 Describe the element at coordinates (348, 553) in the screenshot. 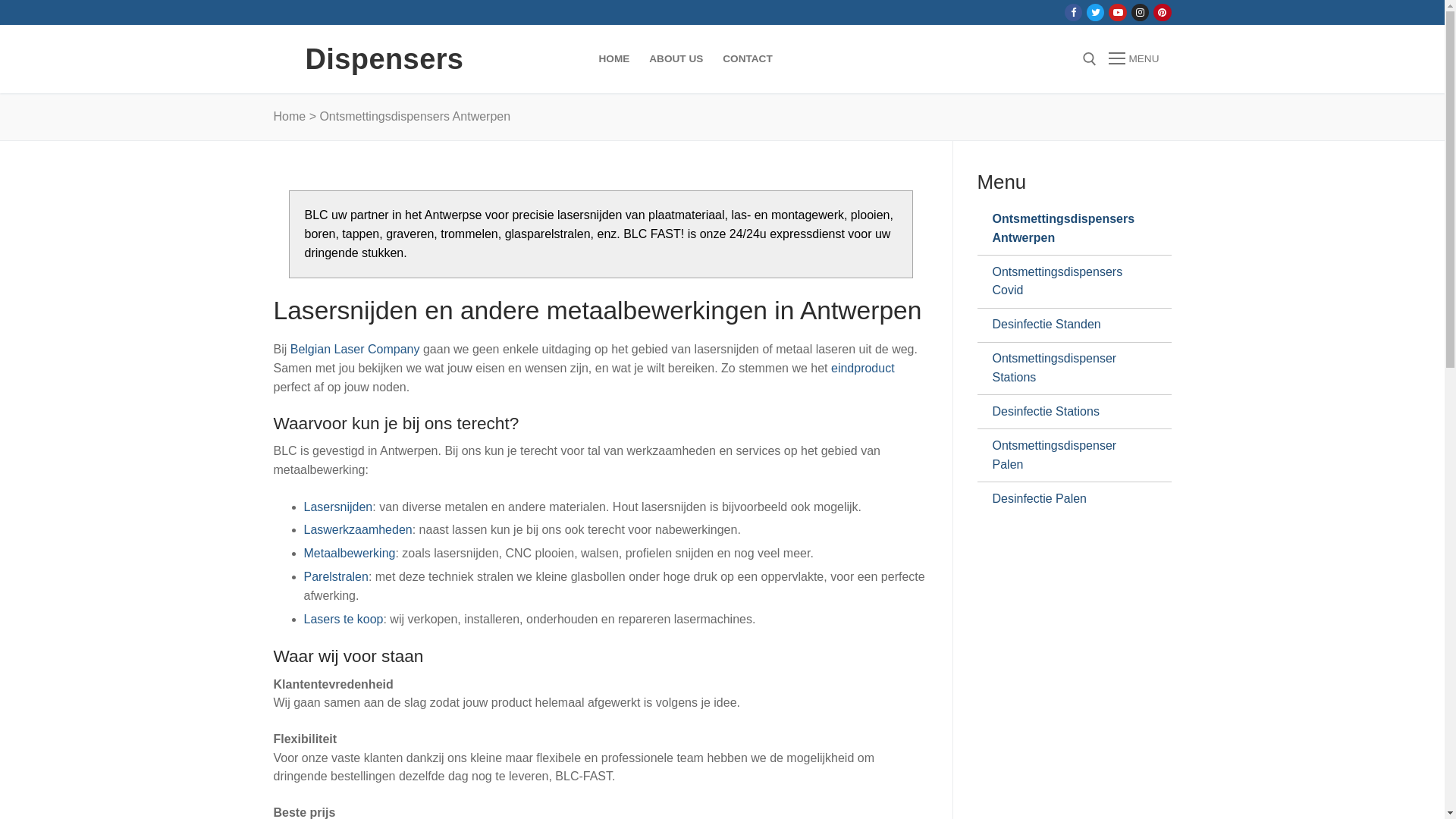

I see `'Metaalbewerking'` at that location.